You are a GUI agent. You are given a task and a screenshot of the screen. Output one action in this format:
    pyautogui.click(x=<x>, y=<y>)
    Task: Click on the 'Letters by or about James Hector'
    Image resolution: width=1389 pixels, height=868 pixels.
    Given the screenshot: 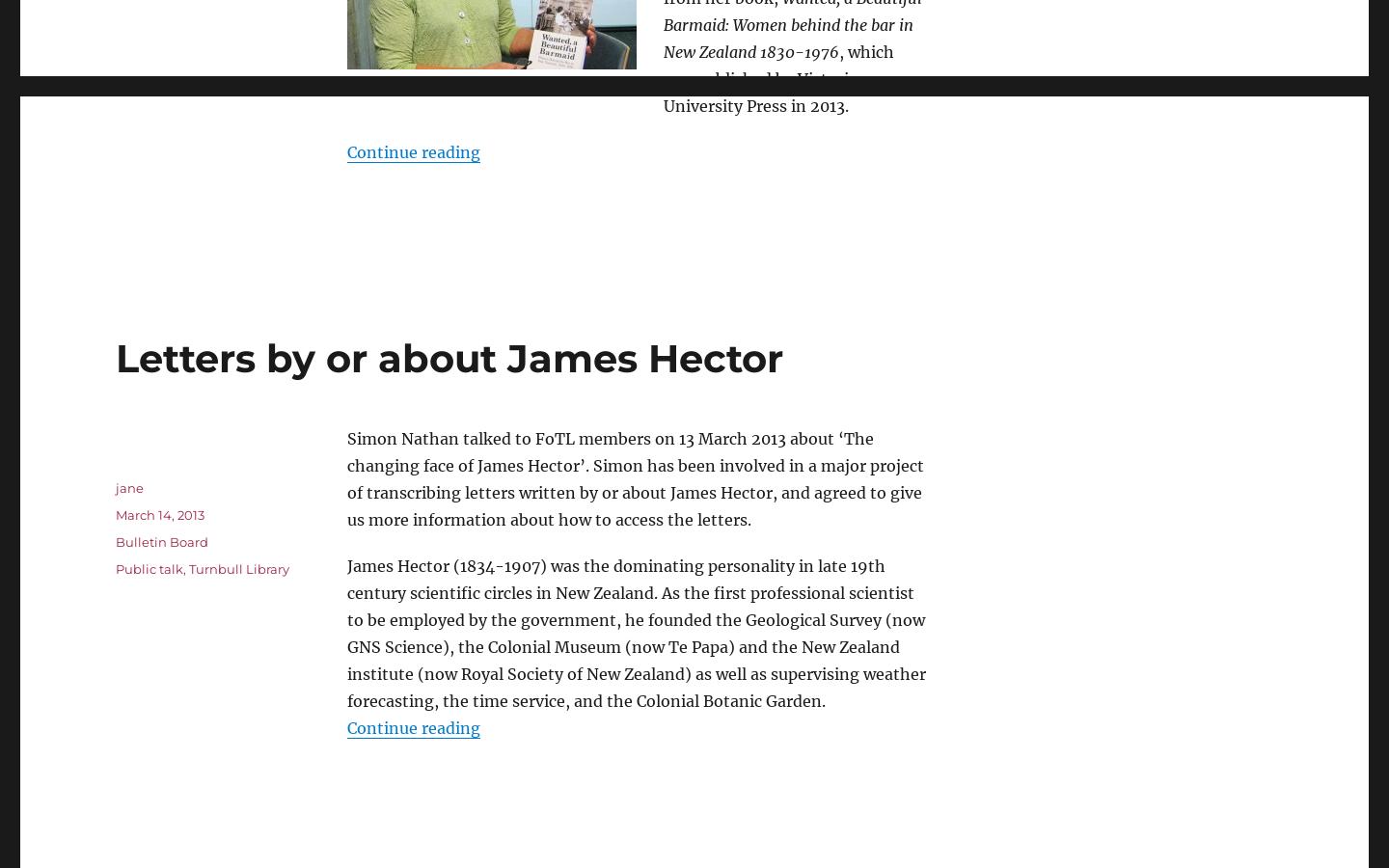 What is the action you would take?
    pyautogui.click(x=449, y=357)
    